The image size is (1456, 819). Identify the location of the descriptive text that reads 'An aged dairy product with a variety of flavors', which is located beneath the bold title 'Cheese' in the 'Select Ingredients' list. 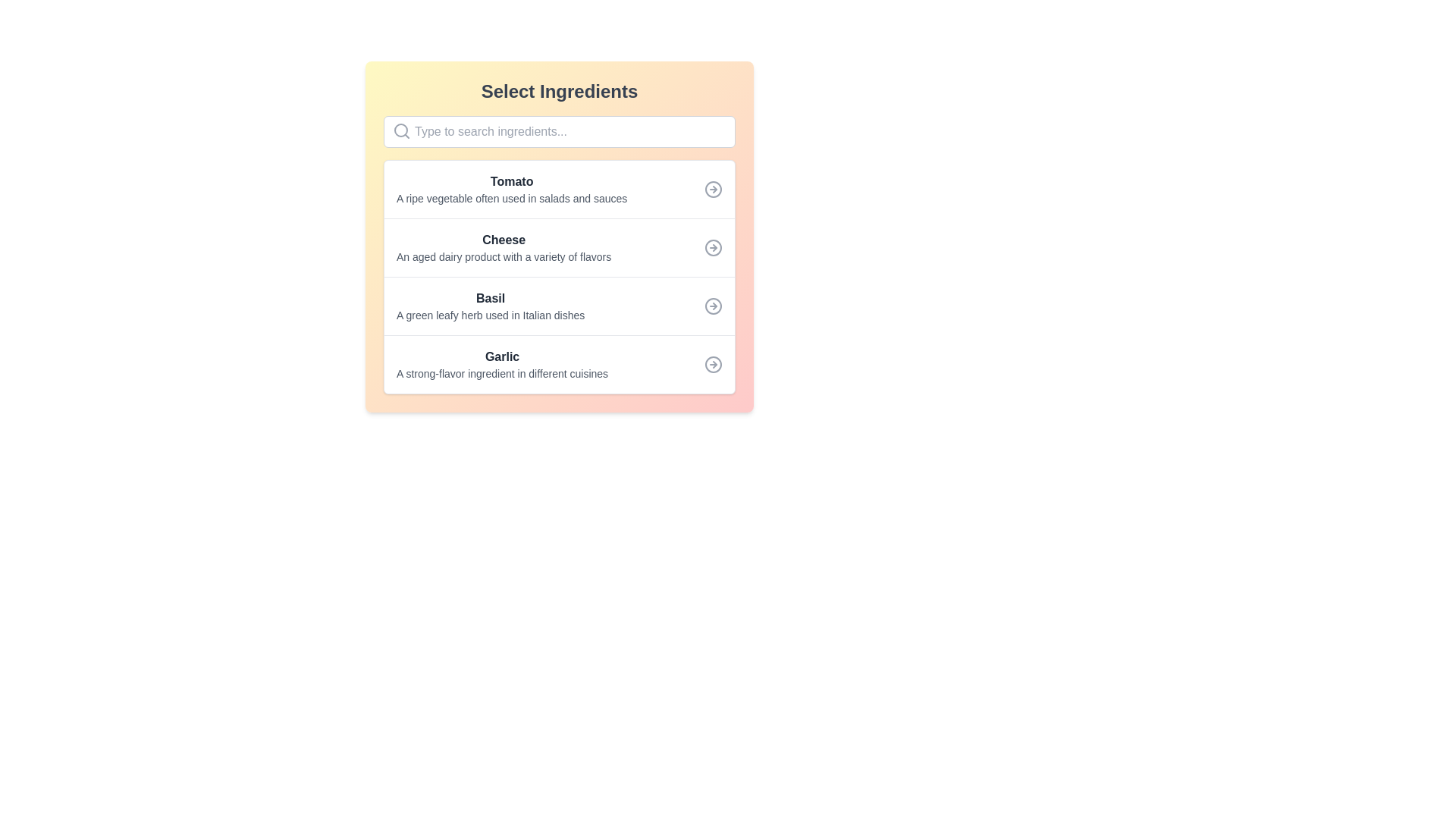
(504, 256).